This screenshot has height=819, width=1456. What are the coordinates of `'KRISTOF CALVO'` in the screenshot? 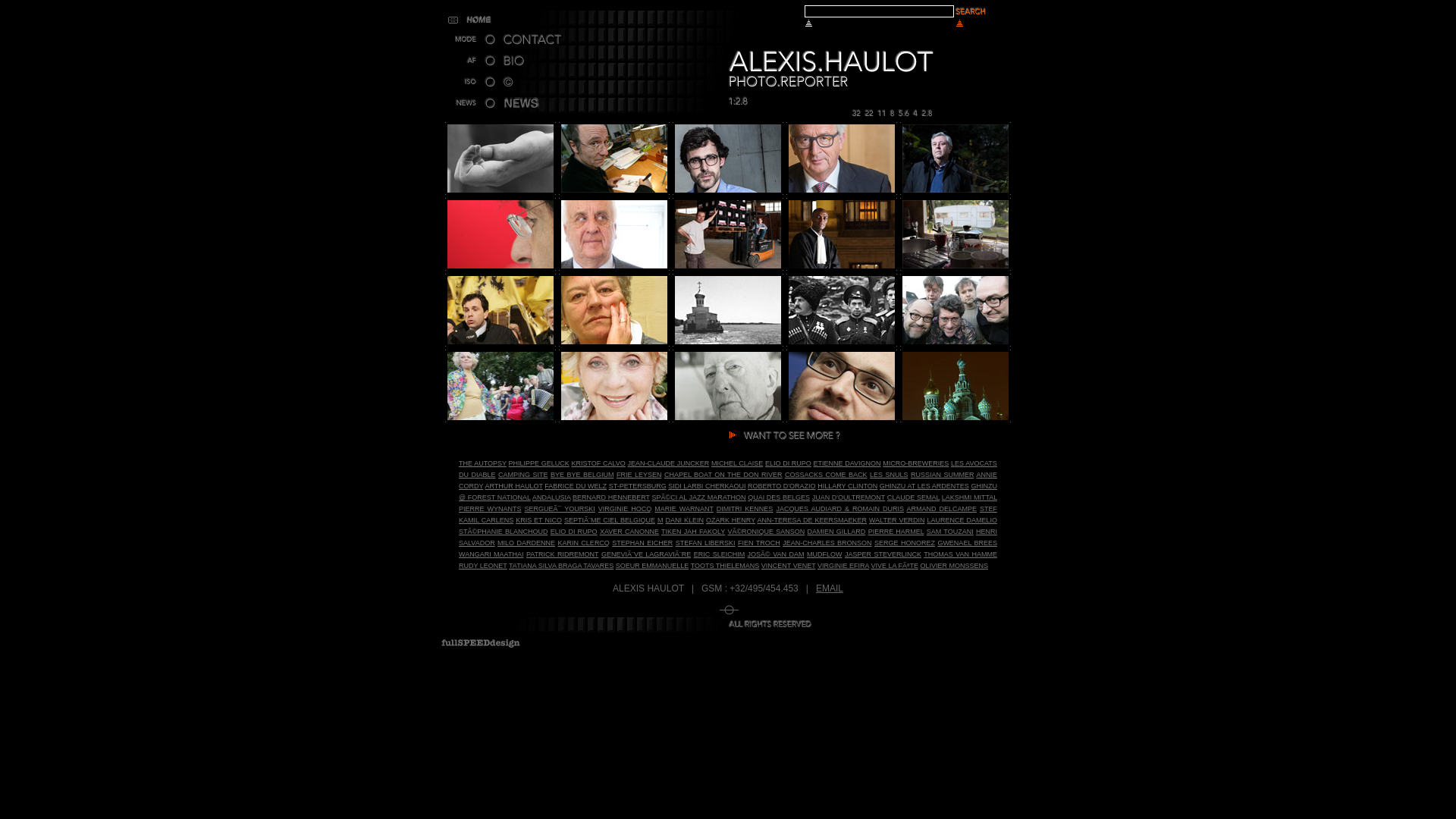 It's located at (597, 462).